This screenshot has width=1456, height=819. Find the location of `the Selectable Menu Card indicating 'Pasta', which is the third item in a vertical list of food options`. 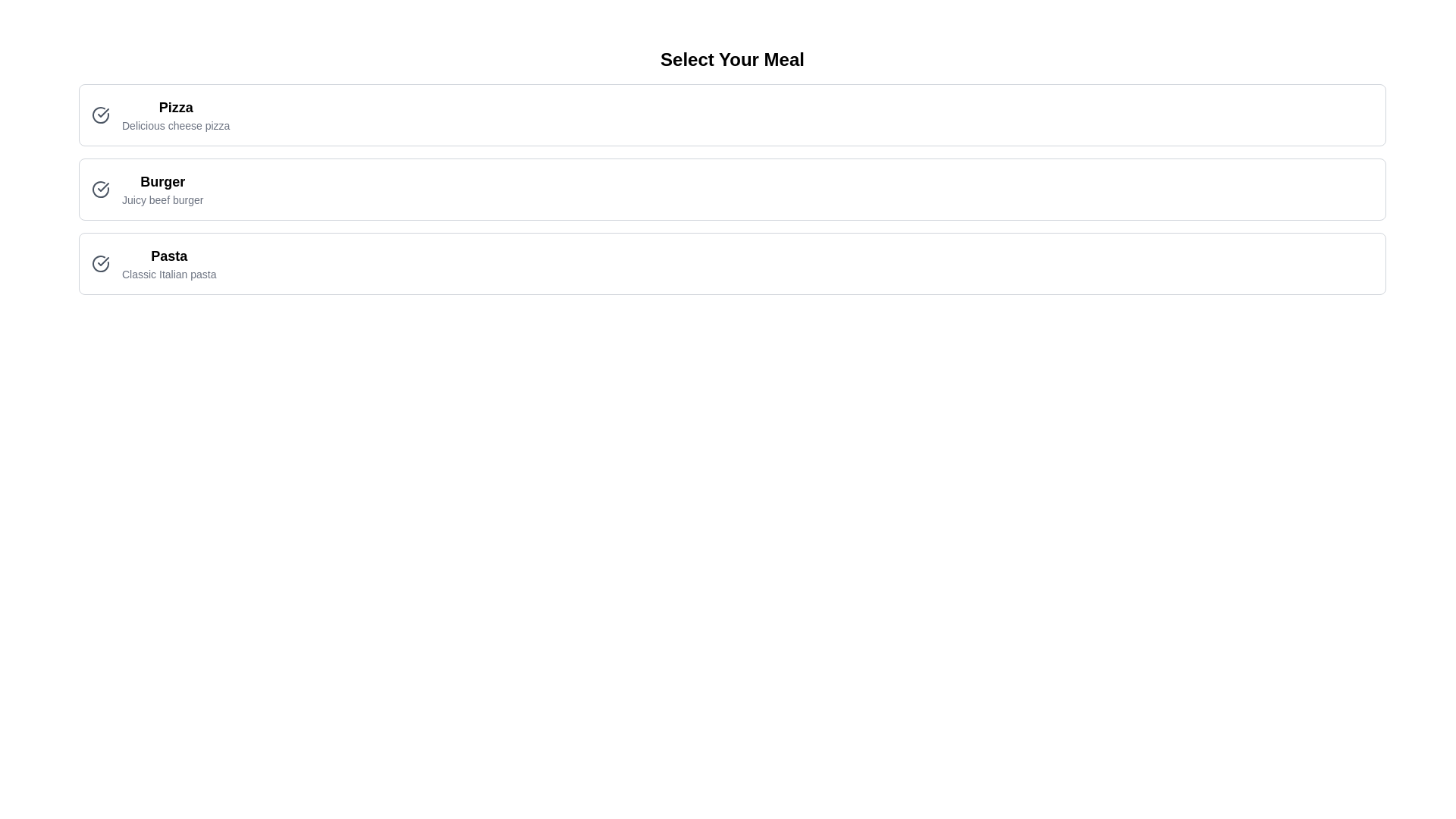

the Selectable Menu Card indicating 'Pasta', which is the third item in a vertical list of food options is located at coordinates (732, 262).